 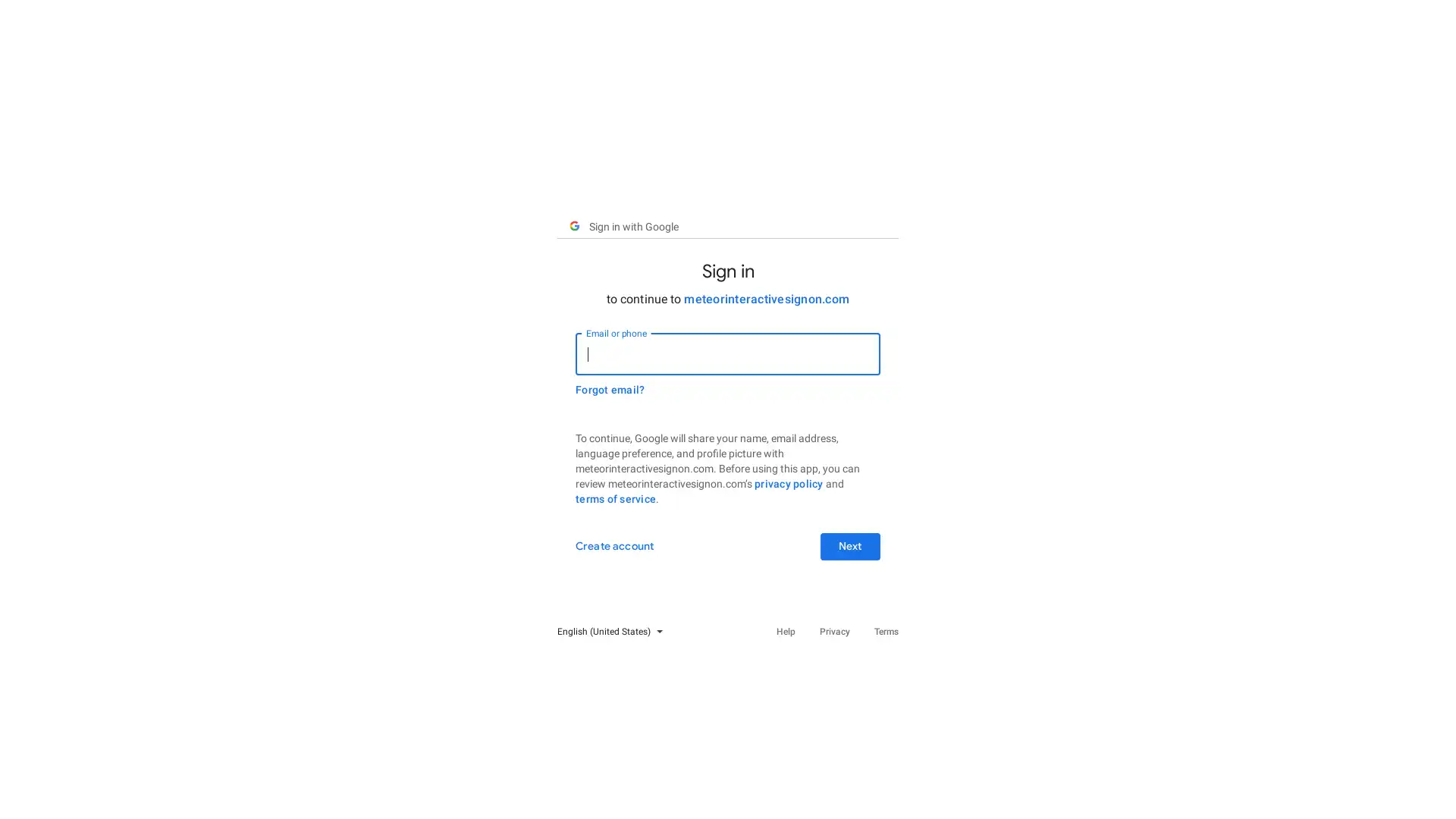 What do you see at coordinates (623, 397) in the screenshot?
I see `Forgot email?` at bounding box center [623, 397].